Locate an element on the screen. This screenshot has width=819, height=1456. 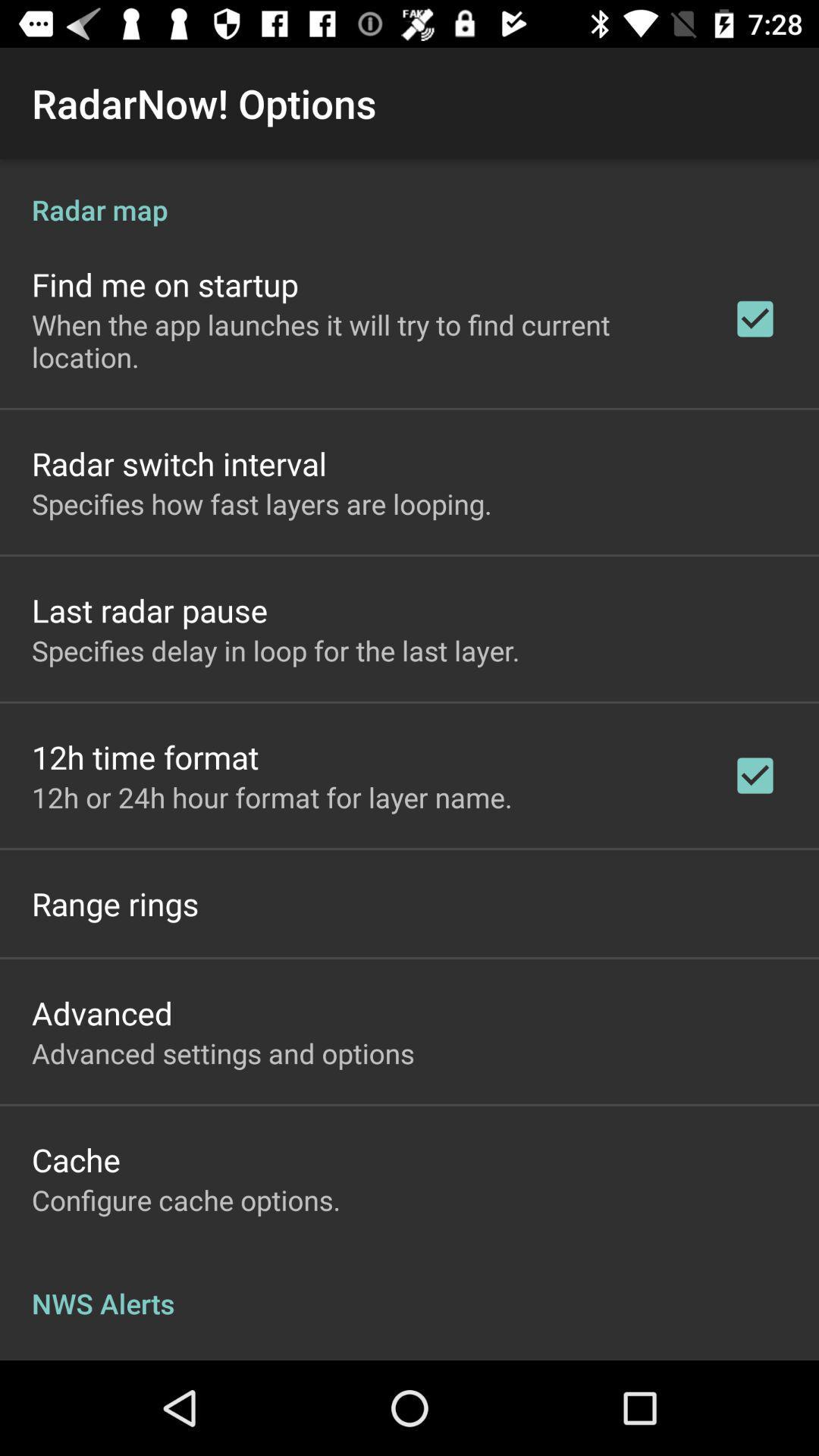
specifies delay in app is located at coordinates (275, 651).